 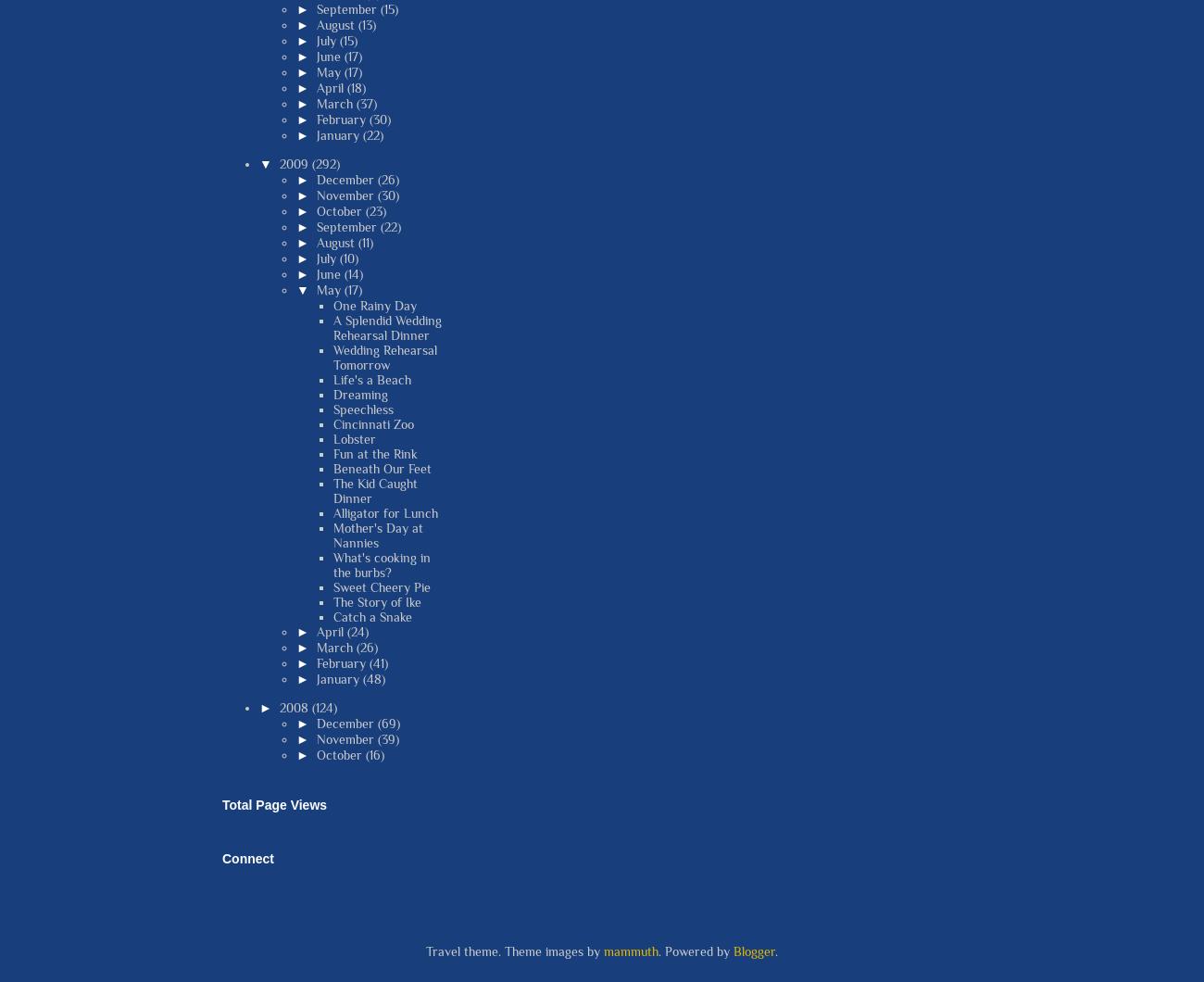 What do you see at coordinates (374, 753) in the screenshot?
I see `'(16)'` at bounding box center [374, 753].